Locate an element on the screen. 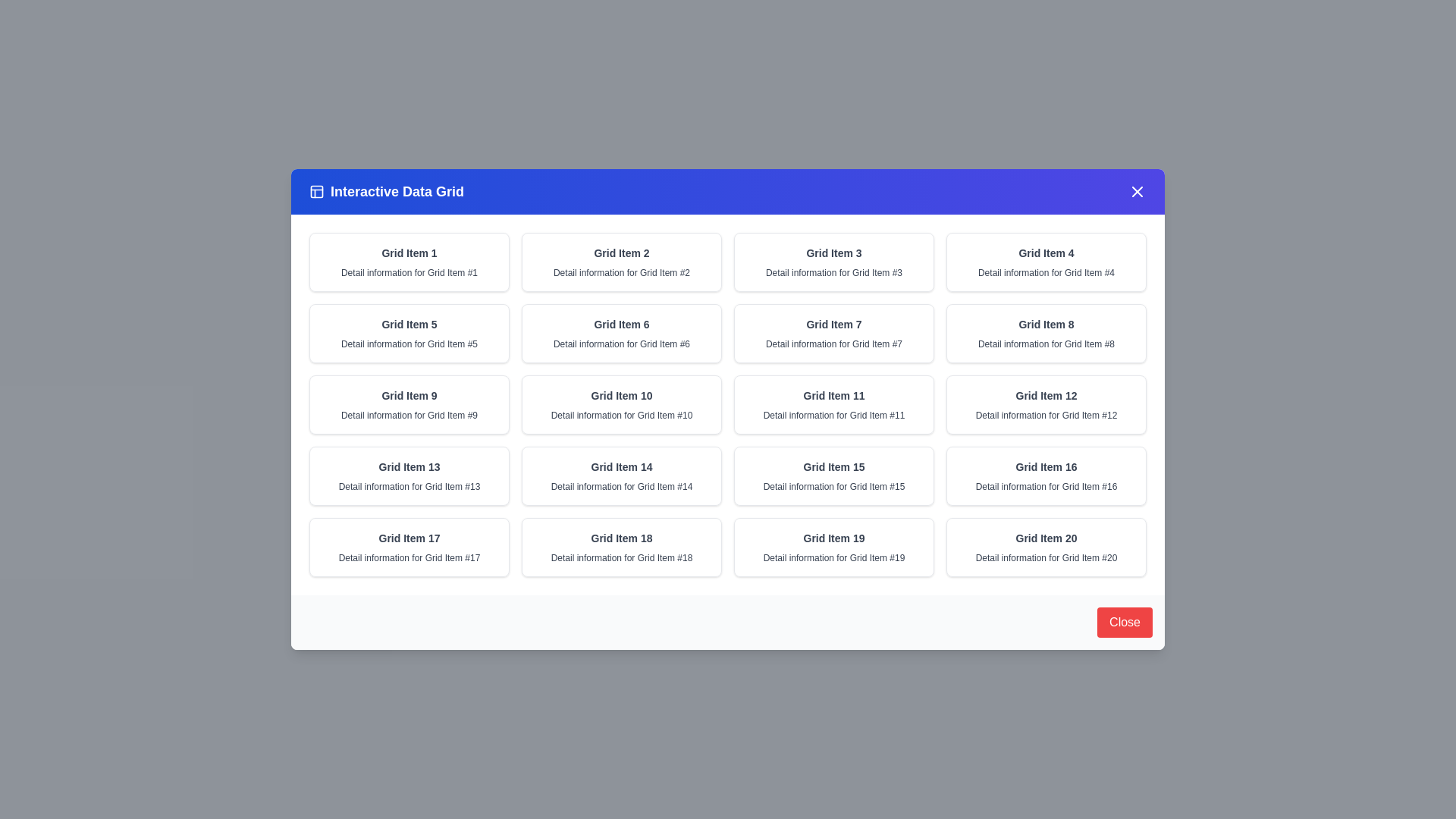  the semi-transparent background outside the dialog to dismiss it is located at coordinates (75, 76).